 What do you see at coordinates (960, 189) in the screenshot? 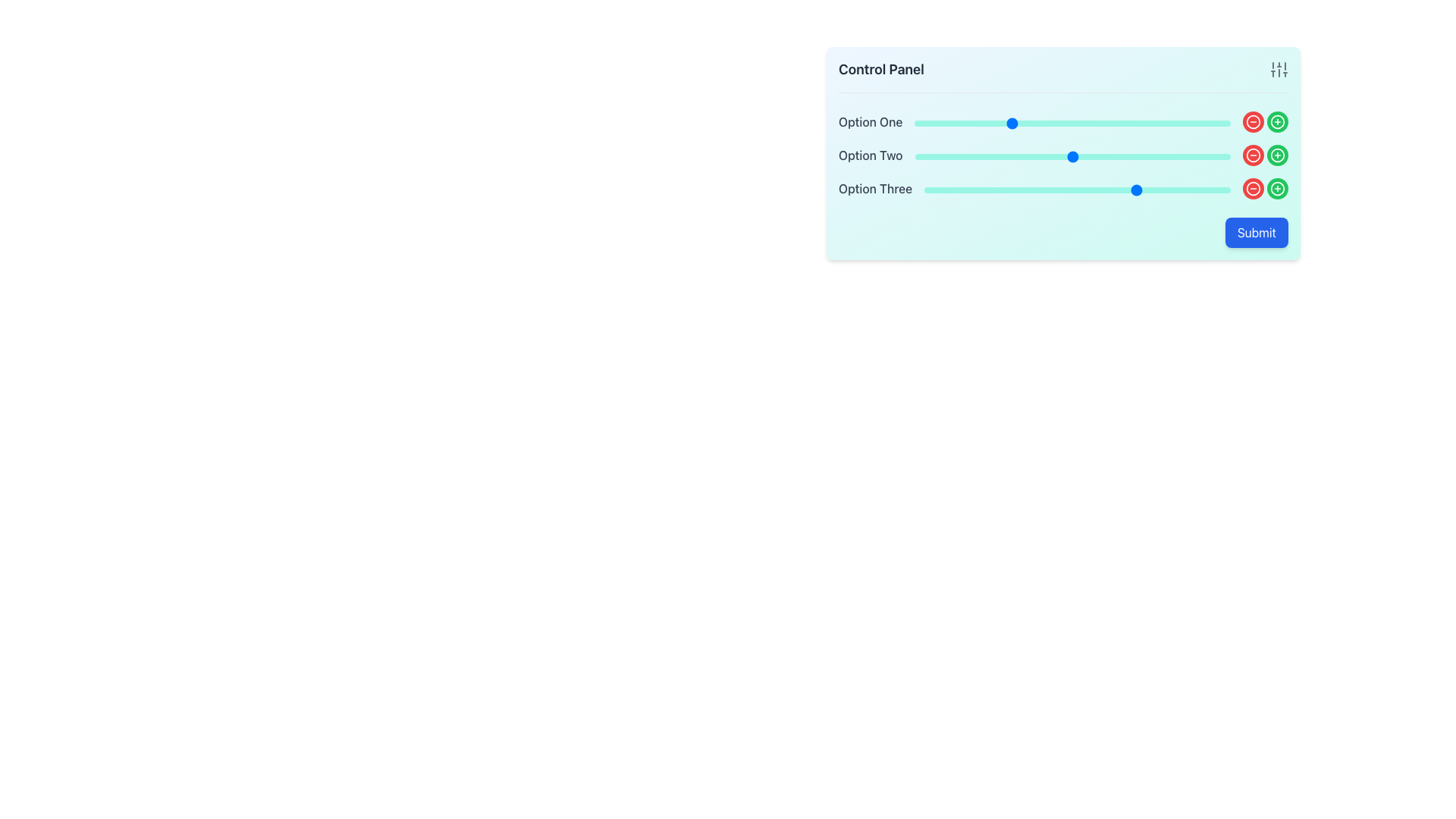
I see `the slider value` at bounding box center [960, 189].